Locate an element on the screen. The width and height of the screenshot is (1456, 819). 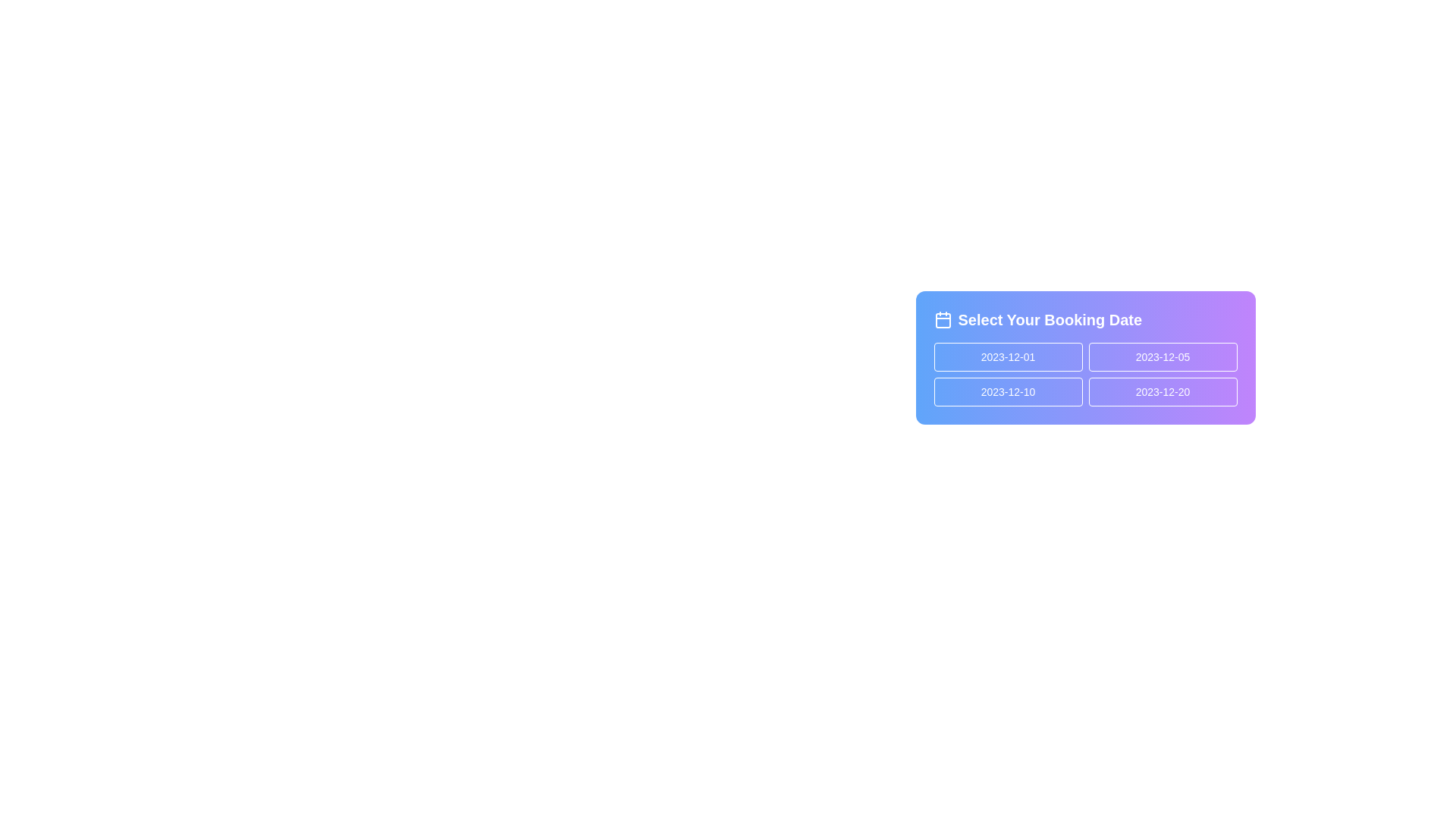
the grid layout containing buttons for selecting booking dates, such as '2023-12-01' and '2023-12-05' is located at coordinates (1084, 374).